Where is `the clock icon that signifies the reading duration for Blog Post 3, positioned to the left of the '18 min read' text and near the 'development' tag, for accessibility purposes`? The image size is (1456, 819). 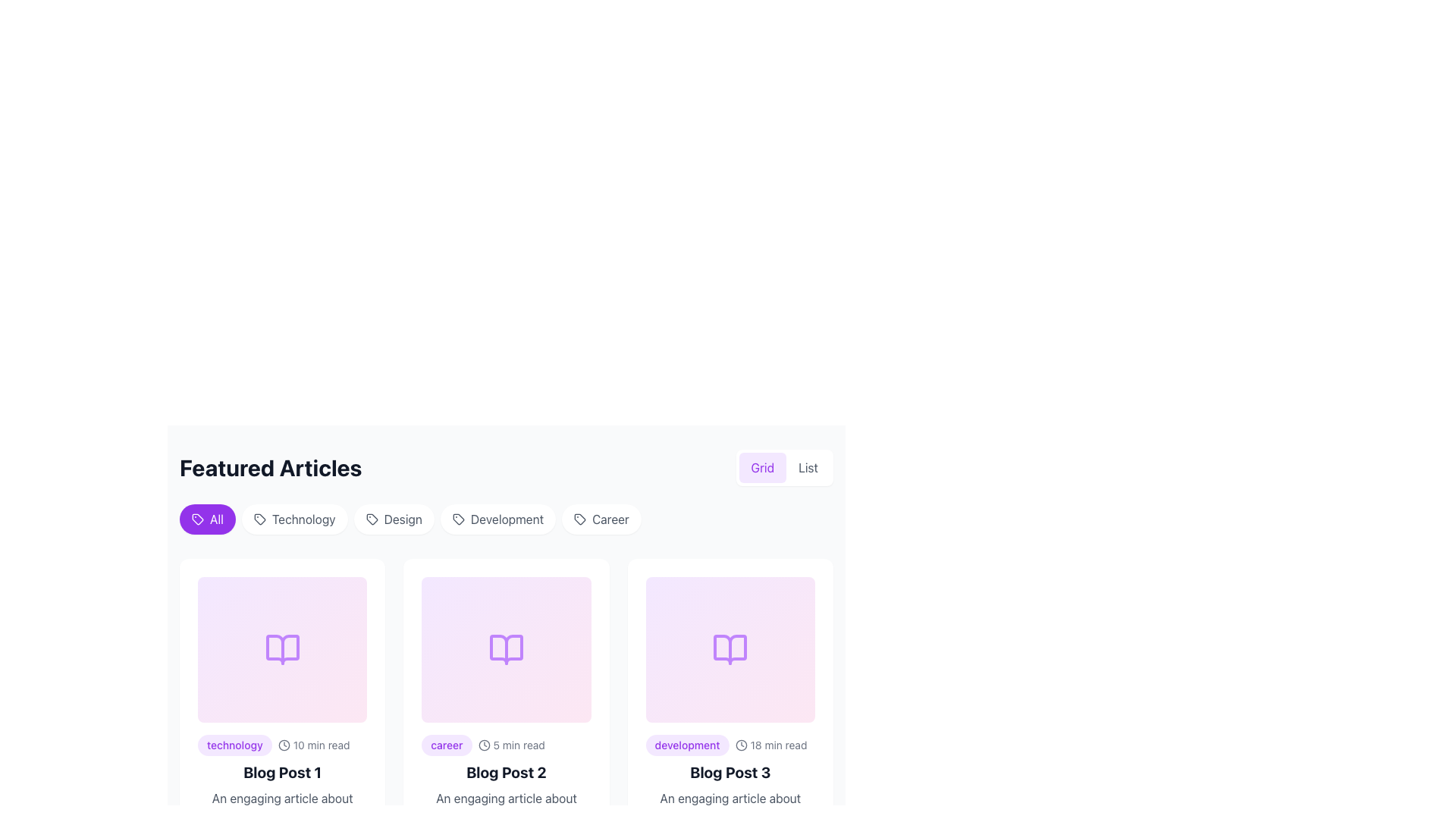 the clock icon that signifies the reading duration for Blog Post 3, positioned to the left of the '18 min read' text and near the 'development' tag, for accessibility purposes is located at coordinates (741, 745).